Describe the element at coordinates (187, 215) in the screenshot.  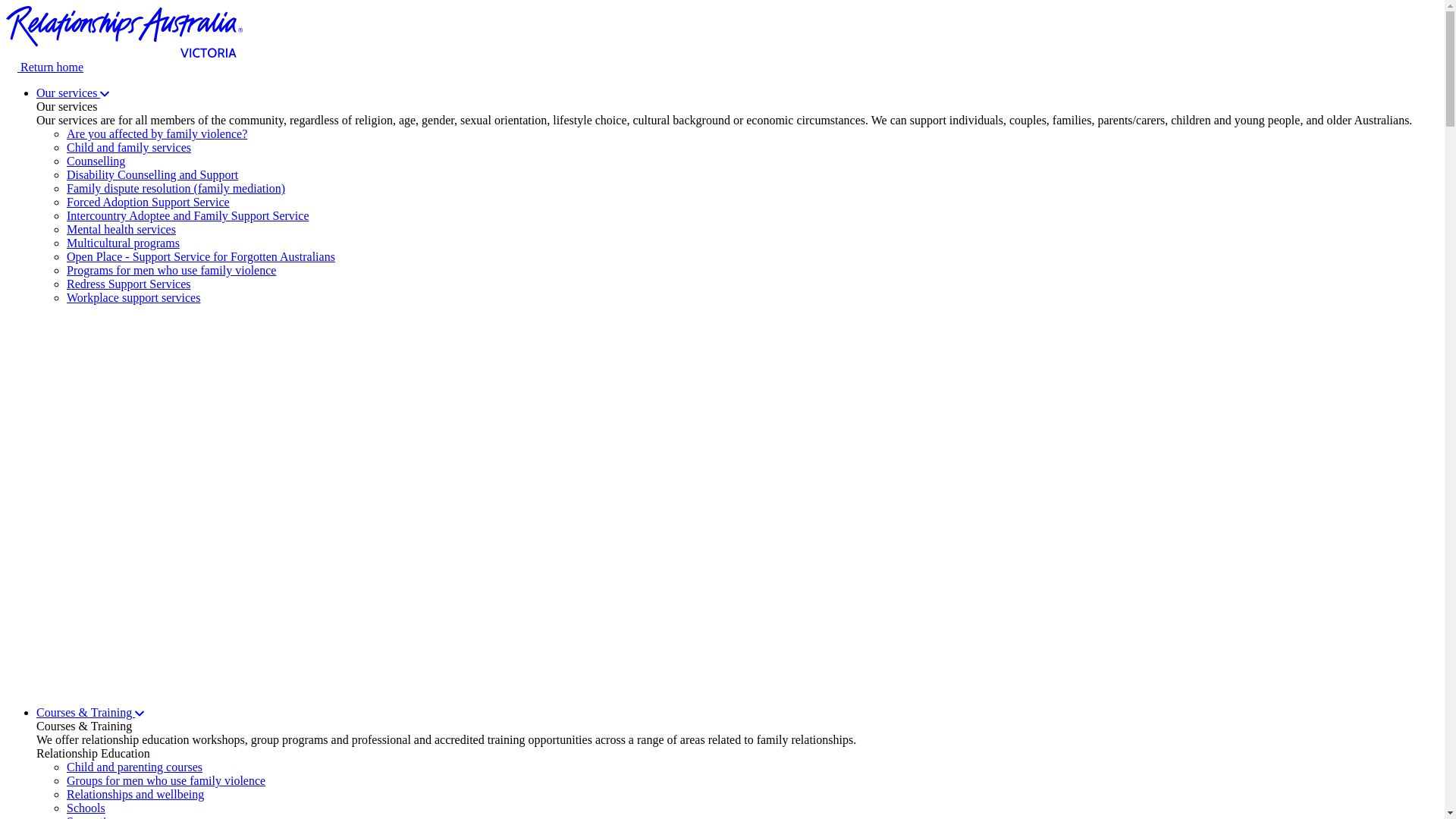
I see `'Intercountry Adoptee and Family Support Service'` at that location.